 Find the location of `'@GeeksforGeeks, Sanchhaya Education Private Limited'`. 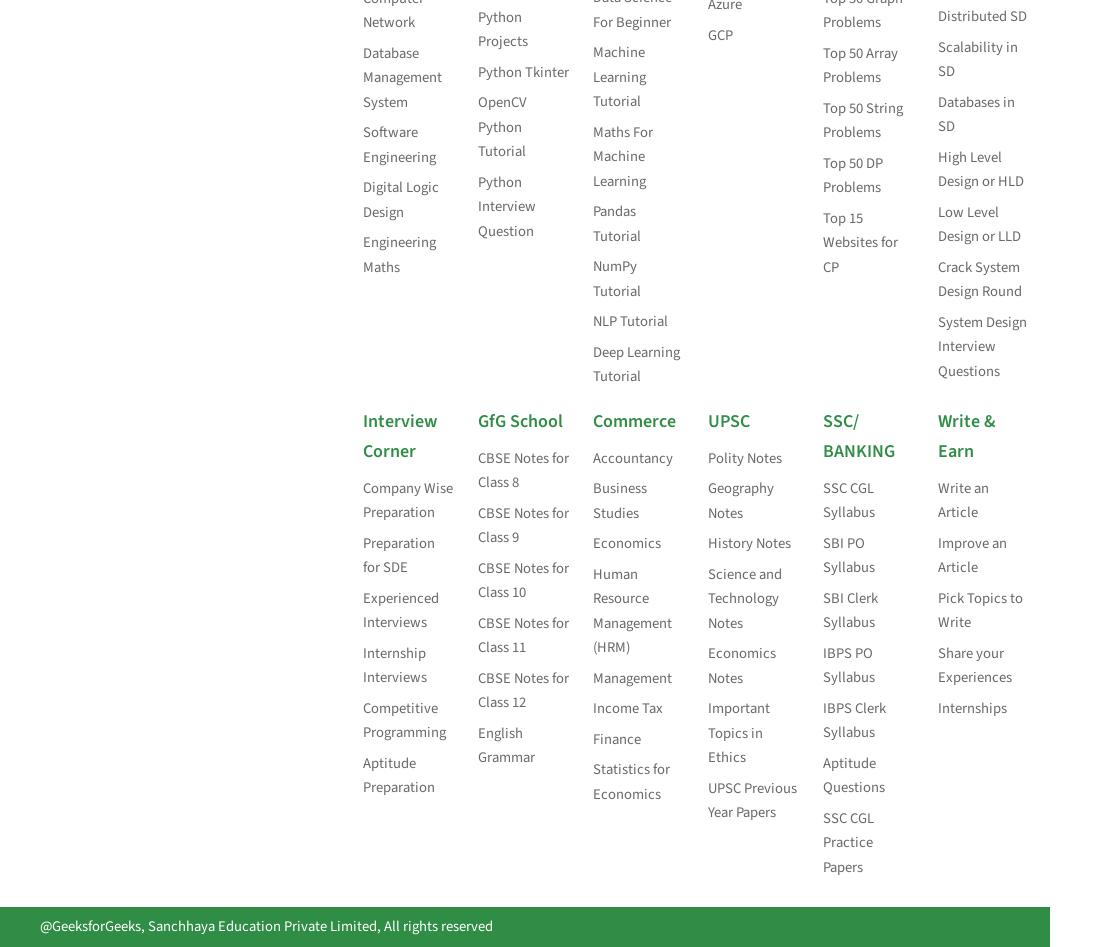

'@GeeksforGeeks, Sanchhaya Education Private Limited' is located at coordinates (208, 924).